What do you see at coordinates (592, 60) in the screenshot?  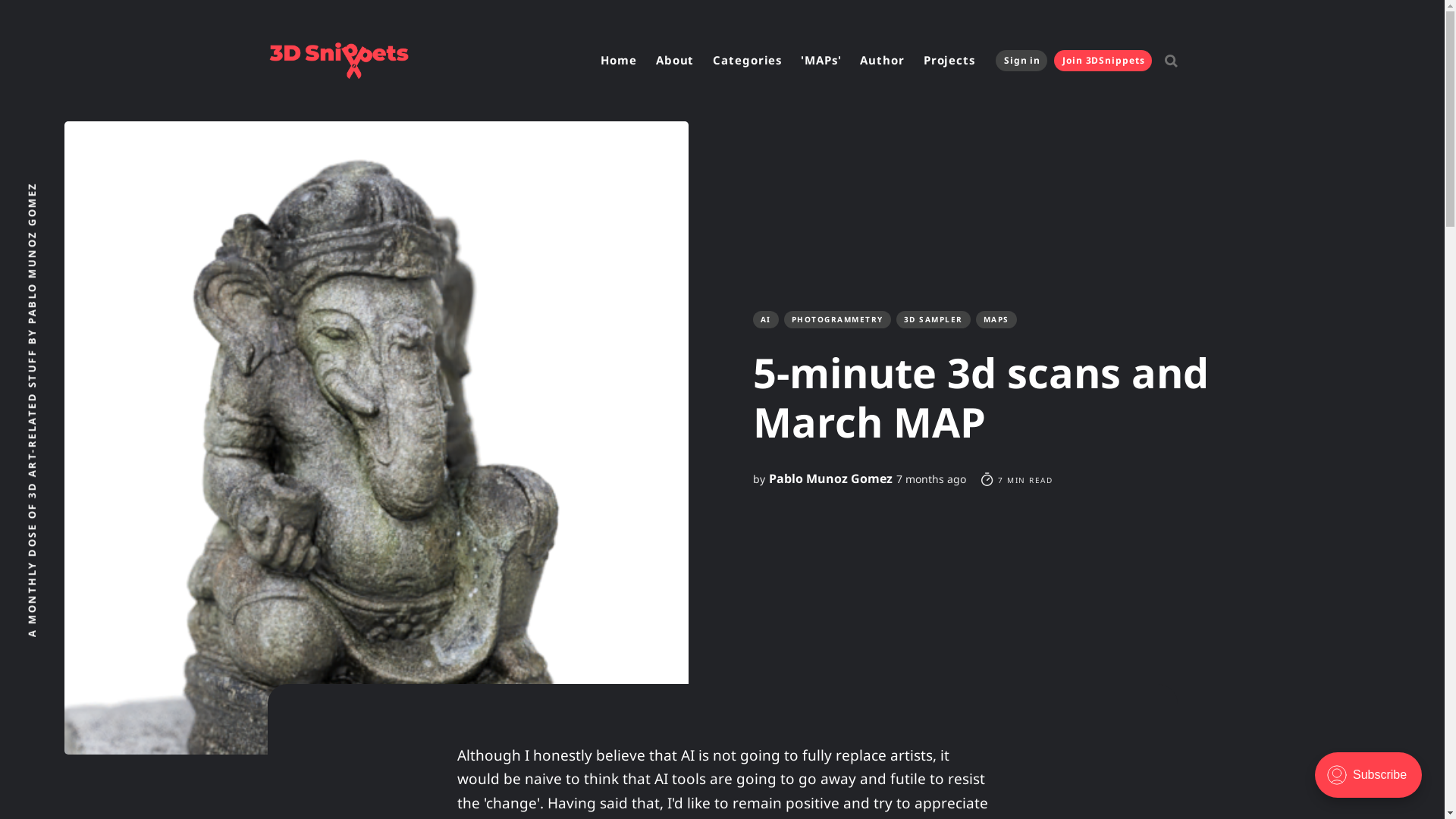 I see `'Home'` at bounding box center [592, 60].